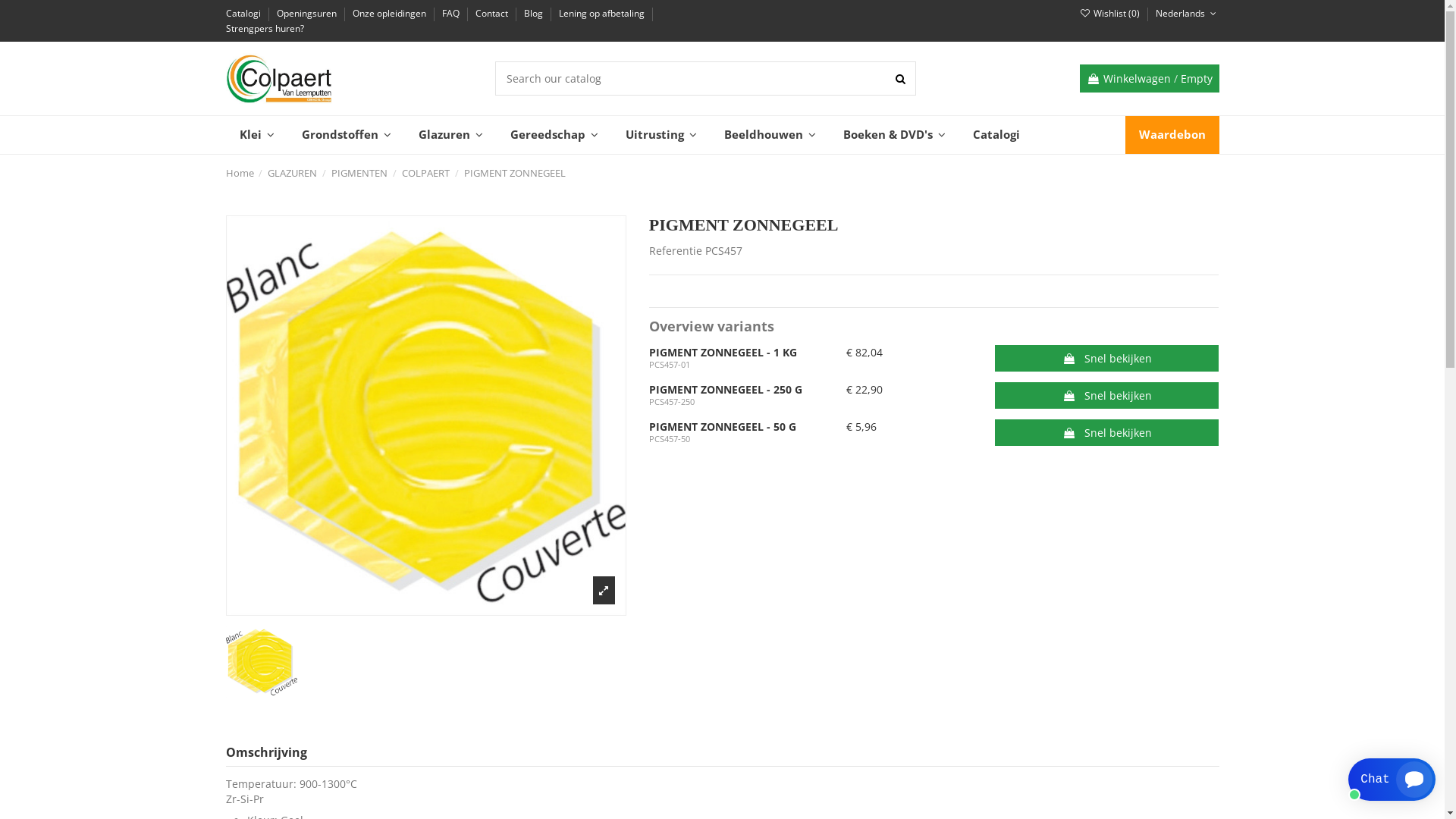 The image size is (1456, 819). Describe the element at coordinates (450, 133) in the screenshot. I see `'Glazuren'` at that location.